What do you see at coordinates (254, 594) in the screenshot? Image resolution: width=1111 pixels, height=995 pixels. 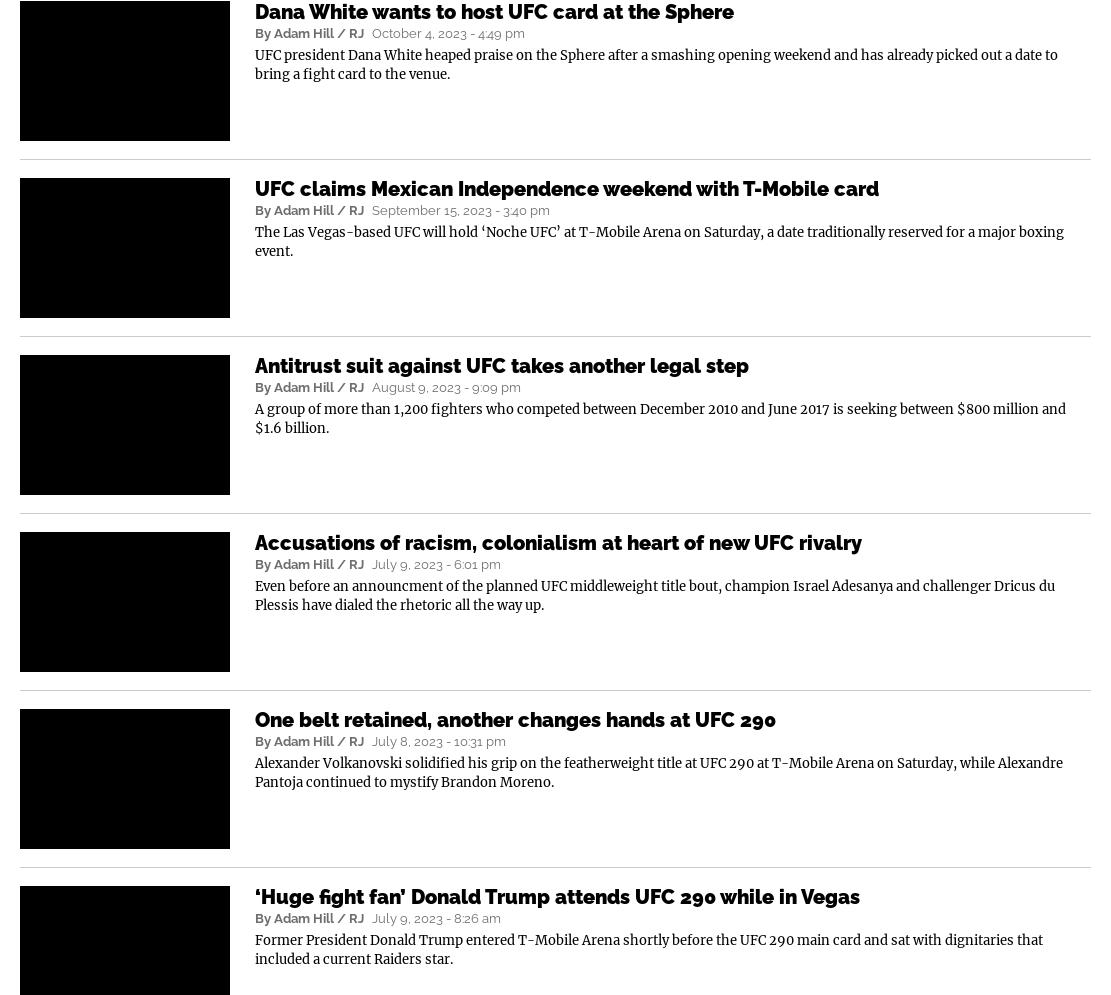 I see `'Even before an announcment of the planned UFC middleweight title bout, champion Israel Adesanya and challenger Dricus du Plessis have dialed the rhetoric all the way up.'` at bounding box center [254, 594].